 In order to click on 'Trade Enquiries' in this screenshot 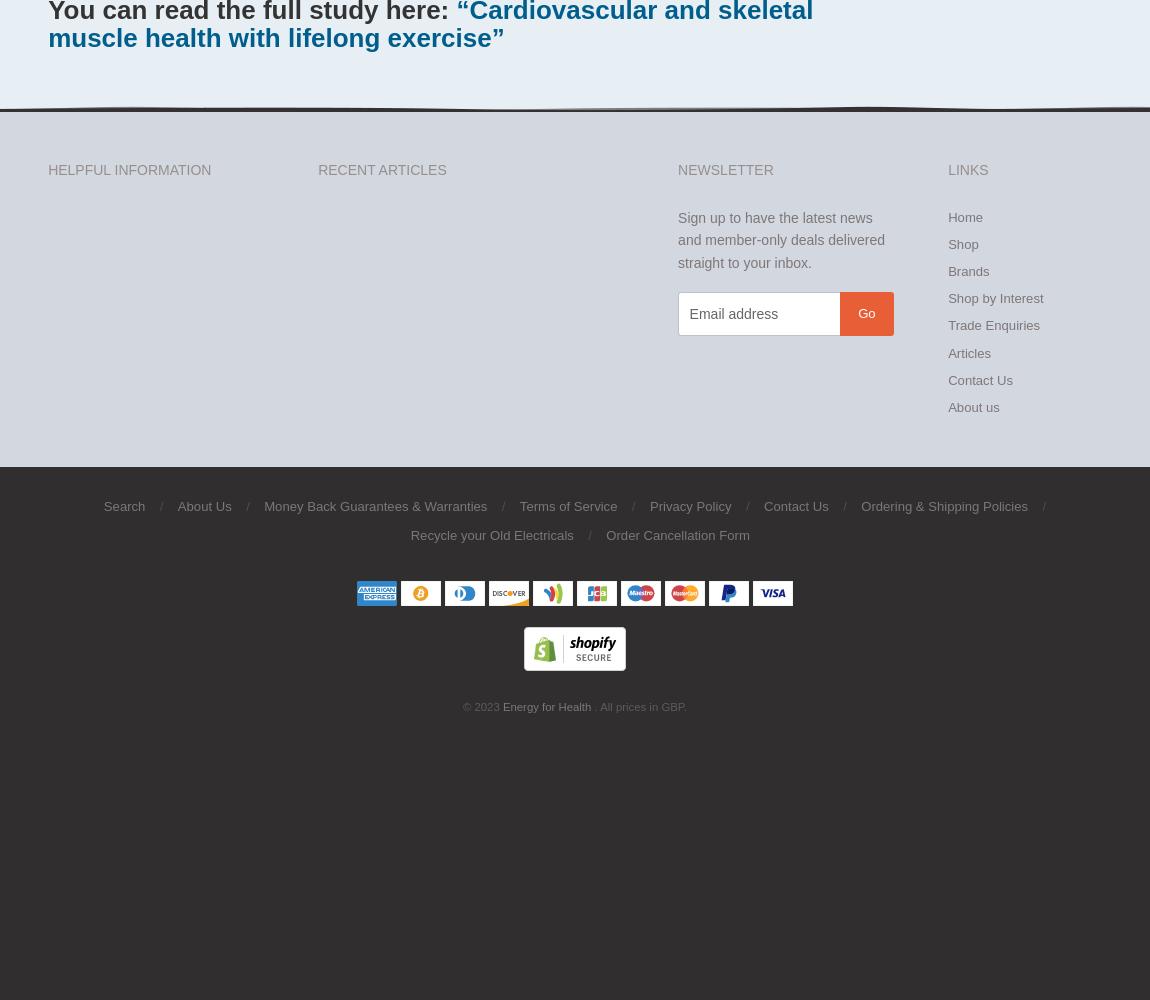, I will do `click(993, 324)`.